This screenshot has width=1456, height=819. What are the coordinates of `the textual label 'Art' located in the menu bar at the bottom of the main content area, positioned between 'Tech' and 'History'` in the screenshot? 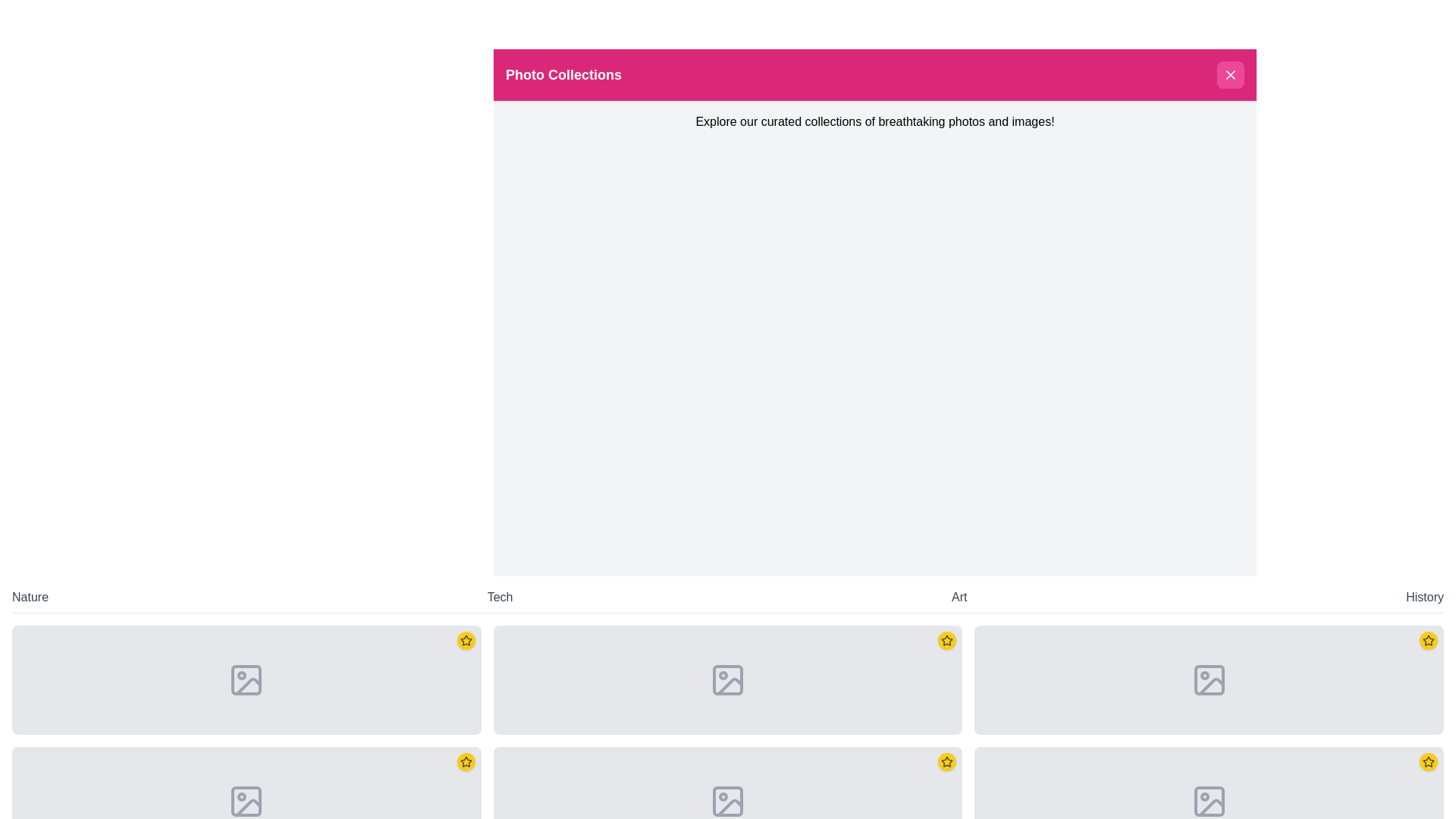 It's located at (959, 596).